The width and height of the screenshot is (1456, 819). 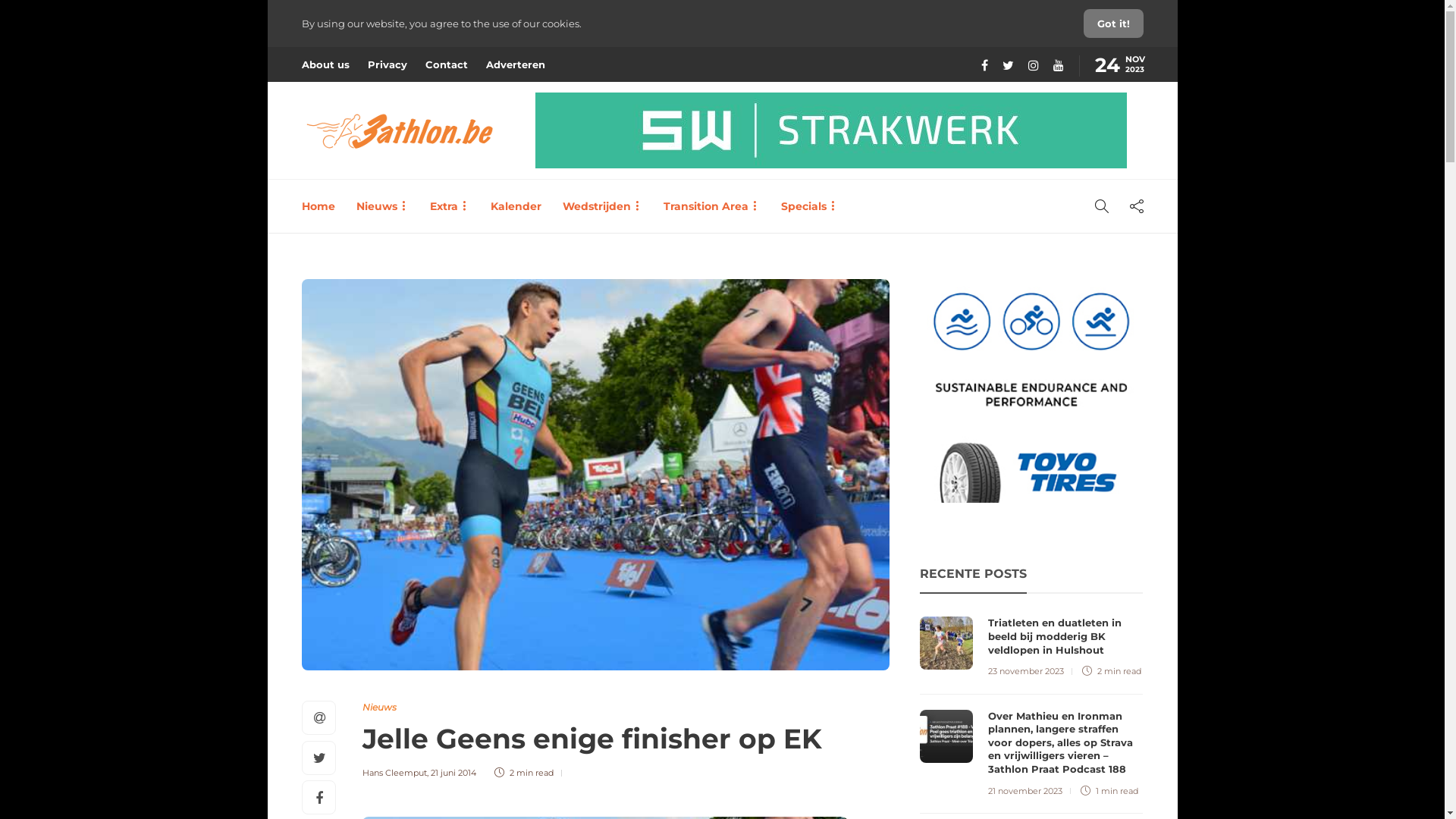 I want to click on 'Specials', so click(x=808, y=206).